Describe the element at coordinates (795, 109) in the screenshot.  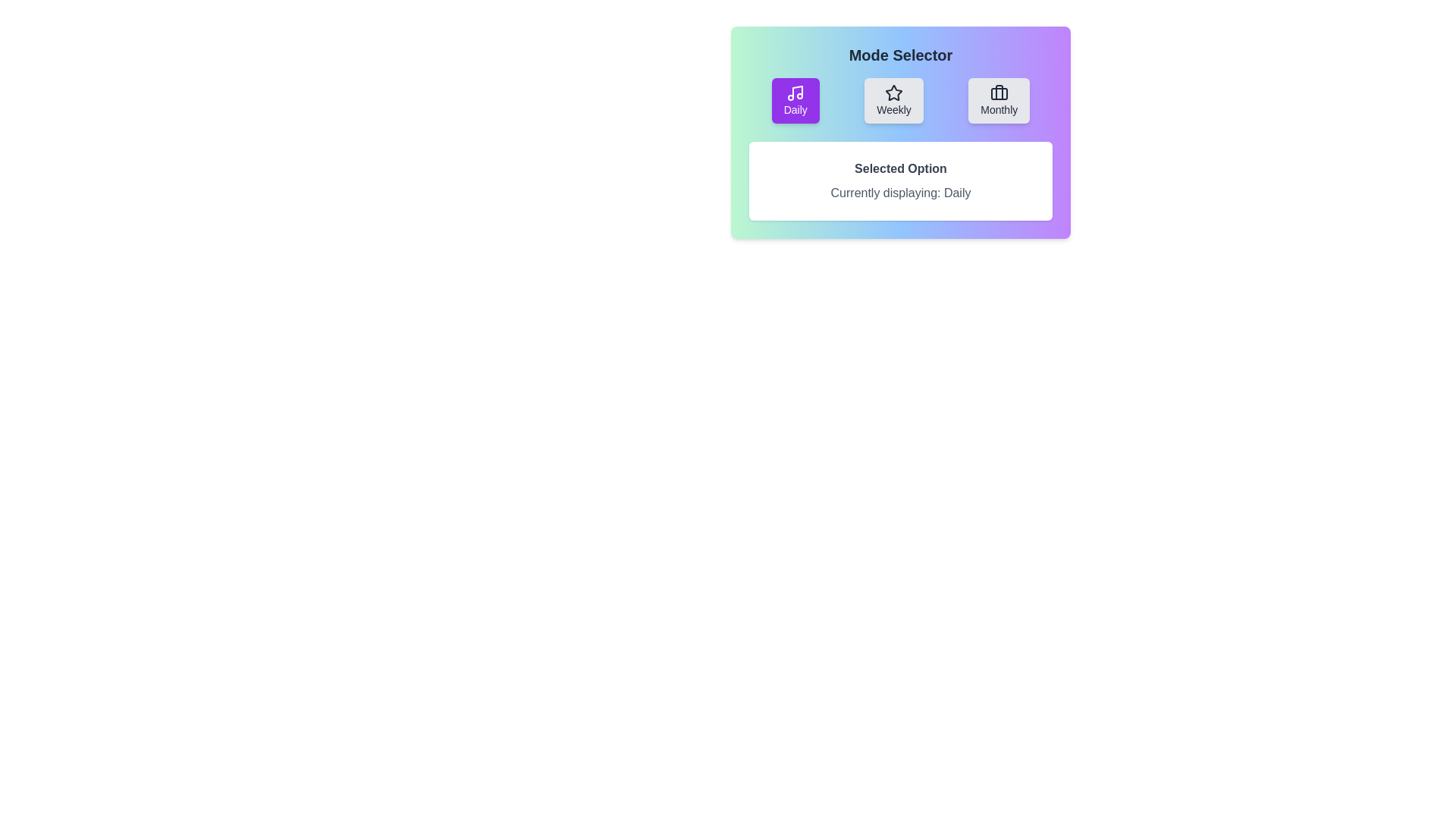
I see `text content of the label displaying 'Daily' in white text on a purple background, located at the bottom center of the purple button in the 'Mode Selector' group` at that location.